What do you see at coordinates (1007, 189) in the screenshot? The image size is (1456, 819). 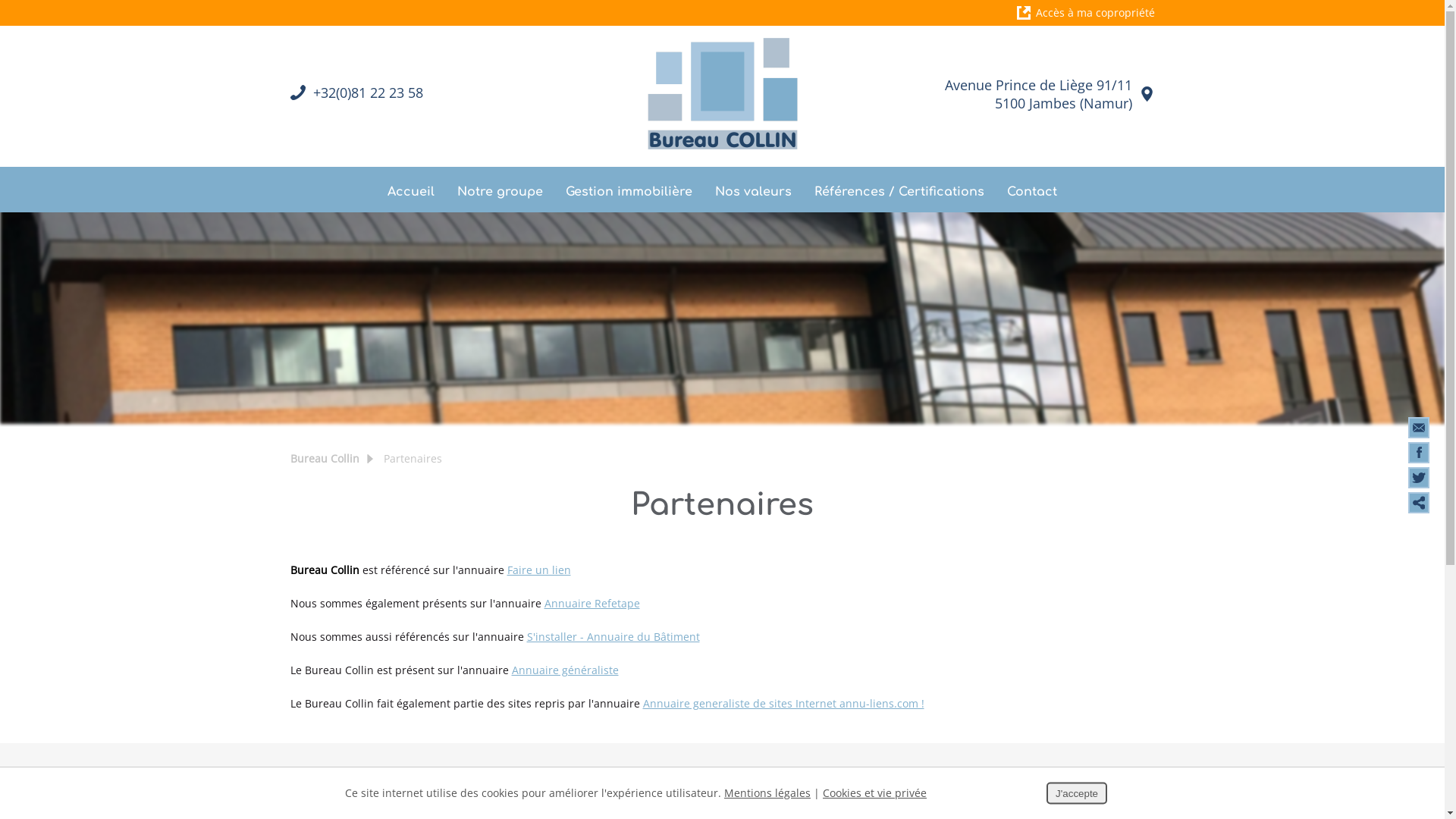 I see `'Contact'` at bounding box center [1007, 189].